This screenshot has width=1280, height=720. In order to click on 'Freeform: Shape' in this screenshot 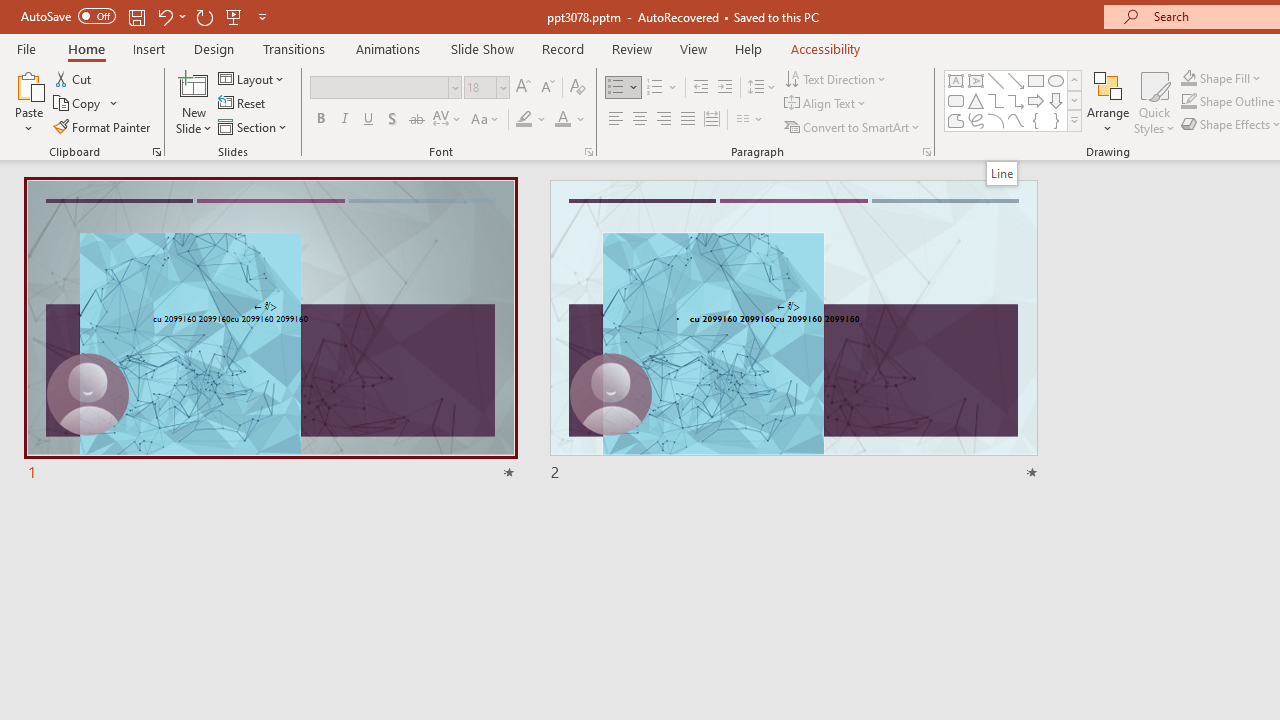, I will do `click(955, 120)`.